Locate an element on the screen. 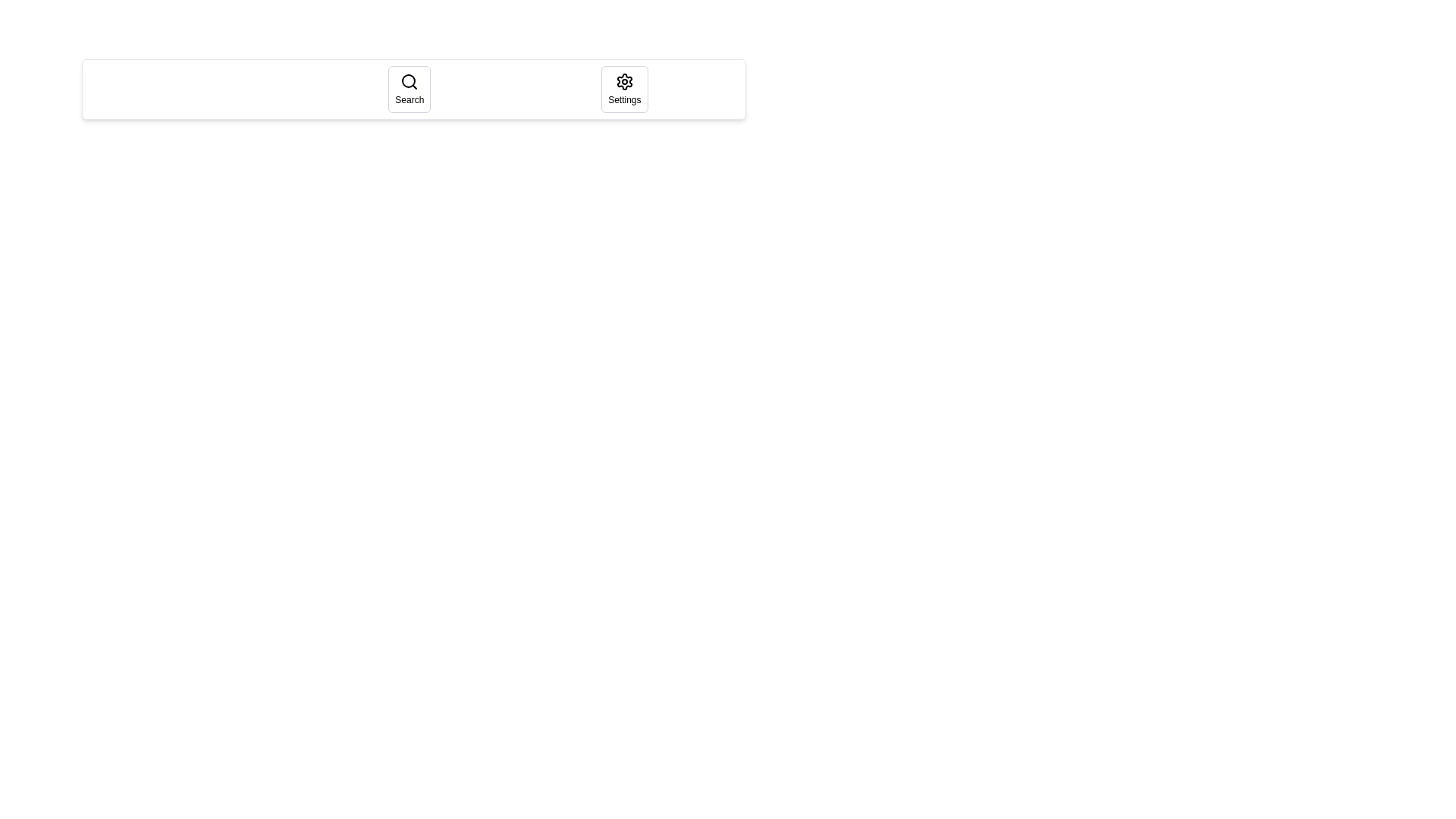  the gear icon representing settings, located at the top-center of the 'Settings' button is located at coordinates (624, 82).